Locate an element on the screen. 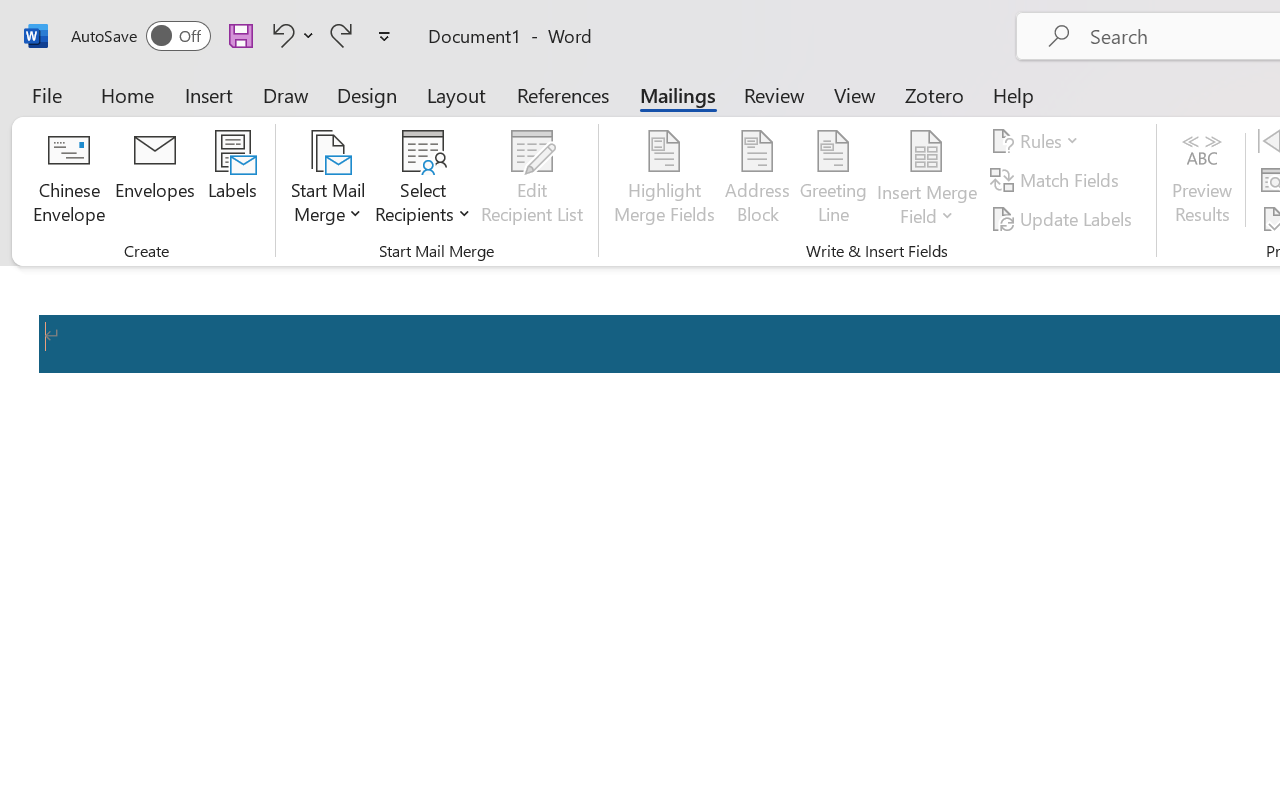 This screenshot has height=800, width=1280. 'Rules' is located at coordinates (1038, 141).